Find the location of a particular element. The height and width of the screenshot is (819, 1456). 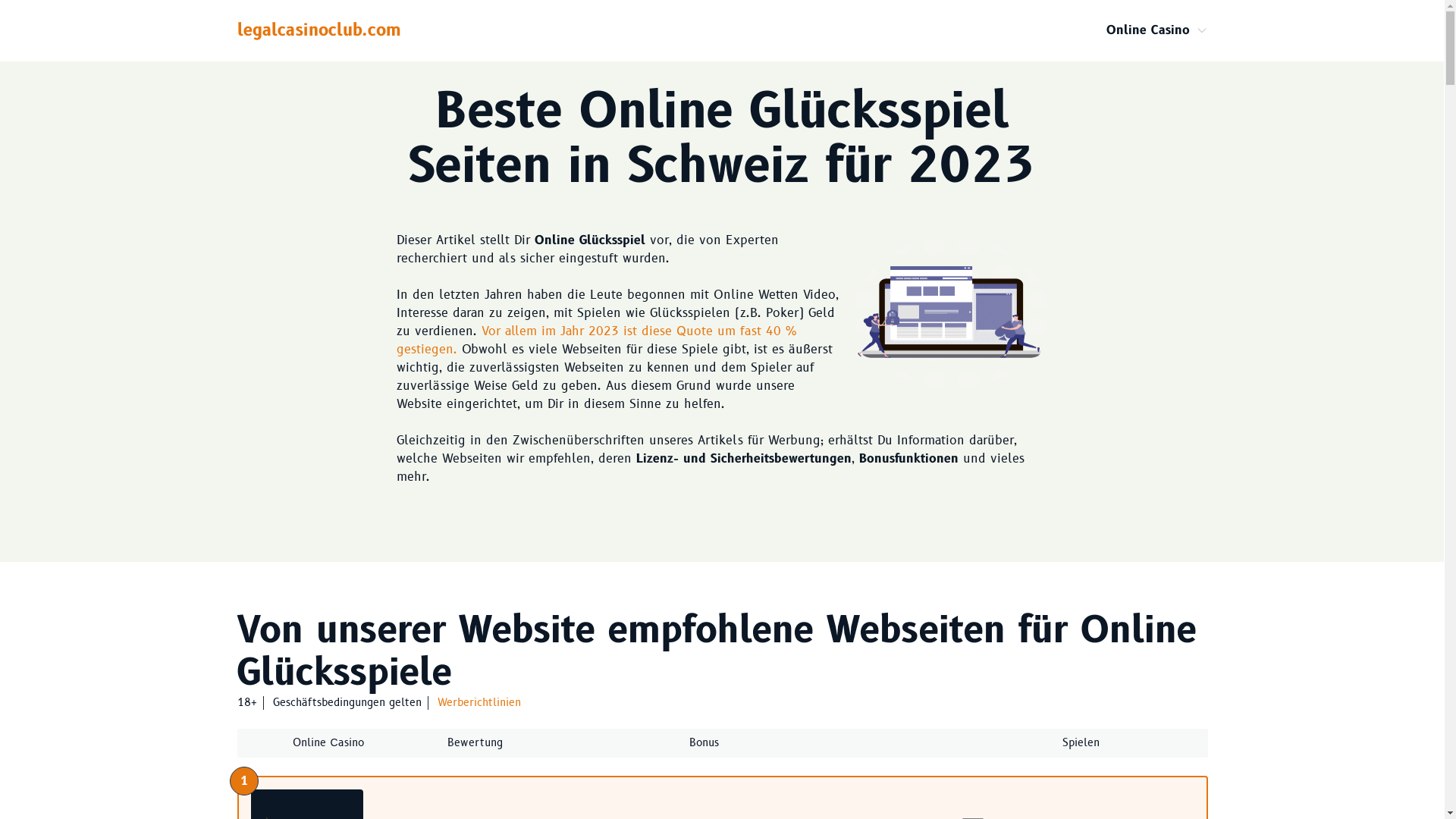

'Werberichtlinien' is located at coordinates (477, 702).